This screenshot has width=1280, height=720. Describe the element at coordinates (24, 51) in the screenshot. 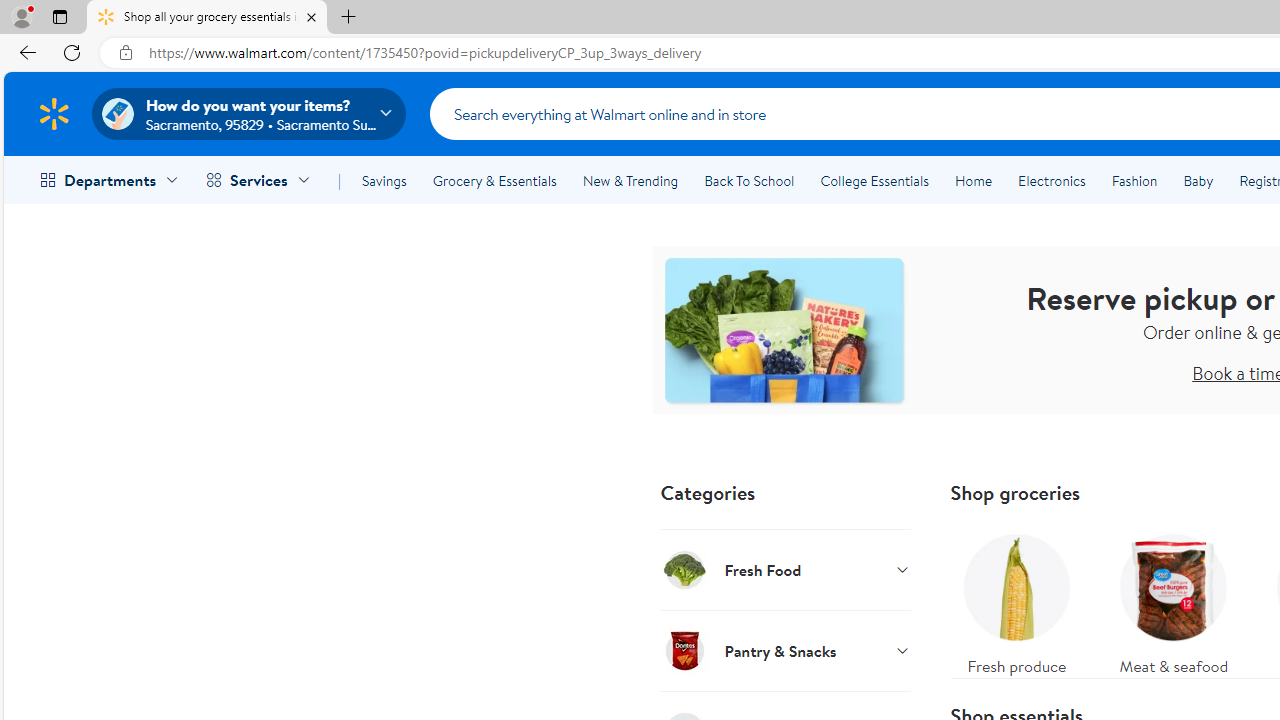

I see `'Back'` at that location.